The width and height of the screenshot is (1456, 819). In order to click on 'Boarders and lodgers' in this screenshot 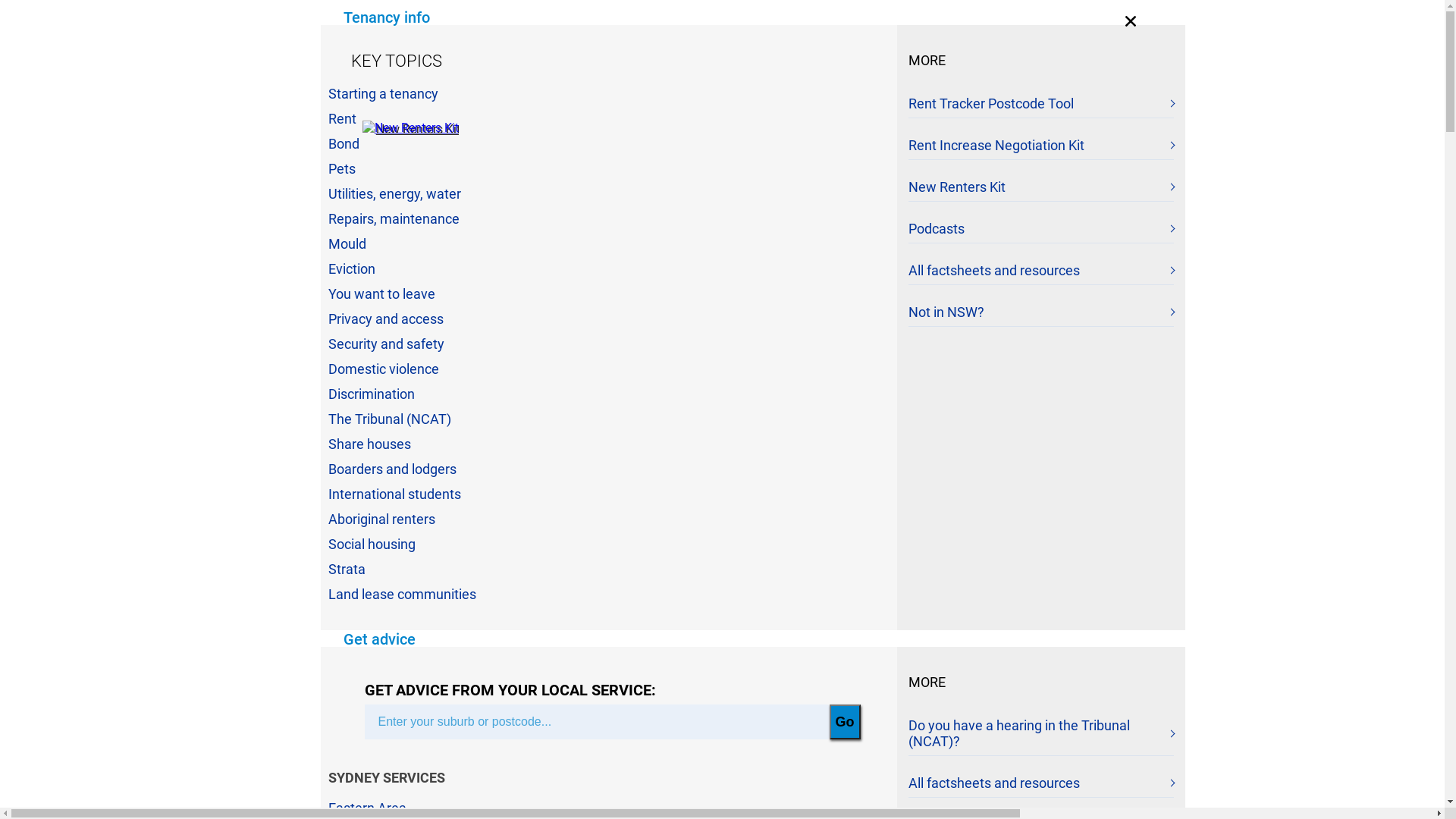, I will do `click(391, 468)`.